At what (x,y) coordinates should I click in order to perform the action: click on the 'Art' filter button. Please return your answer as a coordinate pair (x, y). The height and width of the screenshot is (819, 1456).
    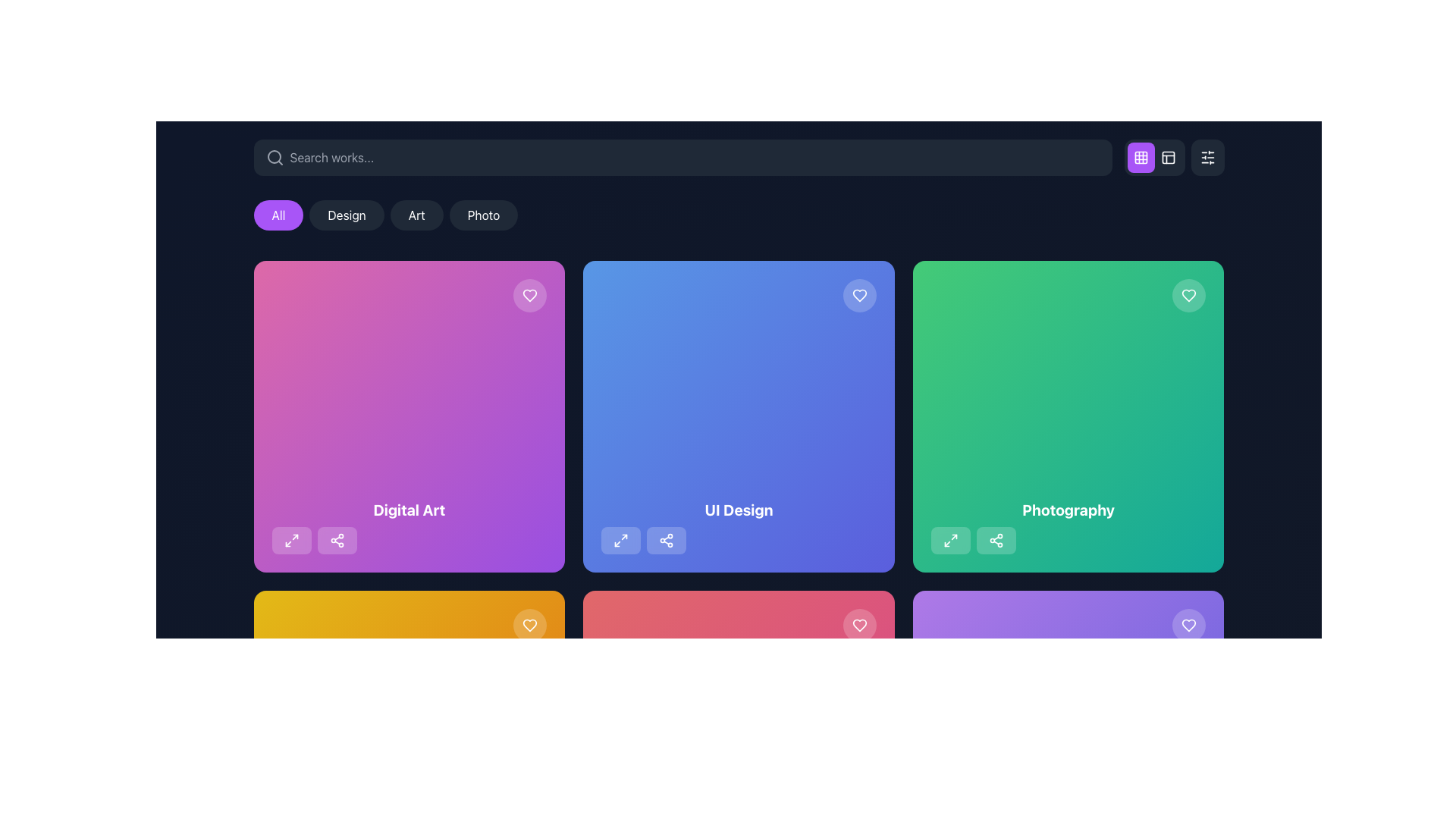
    Looking at the image, I should click on (416, 215).